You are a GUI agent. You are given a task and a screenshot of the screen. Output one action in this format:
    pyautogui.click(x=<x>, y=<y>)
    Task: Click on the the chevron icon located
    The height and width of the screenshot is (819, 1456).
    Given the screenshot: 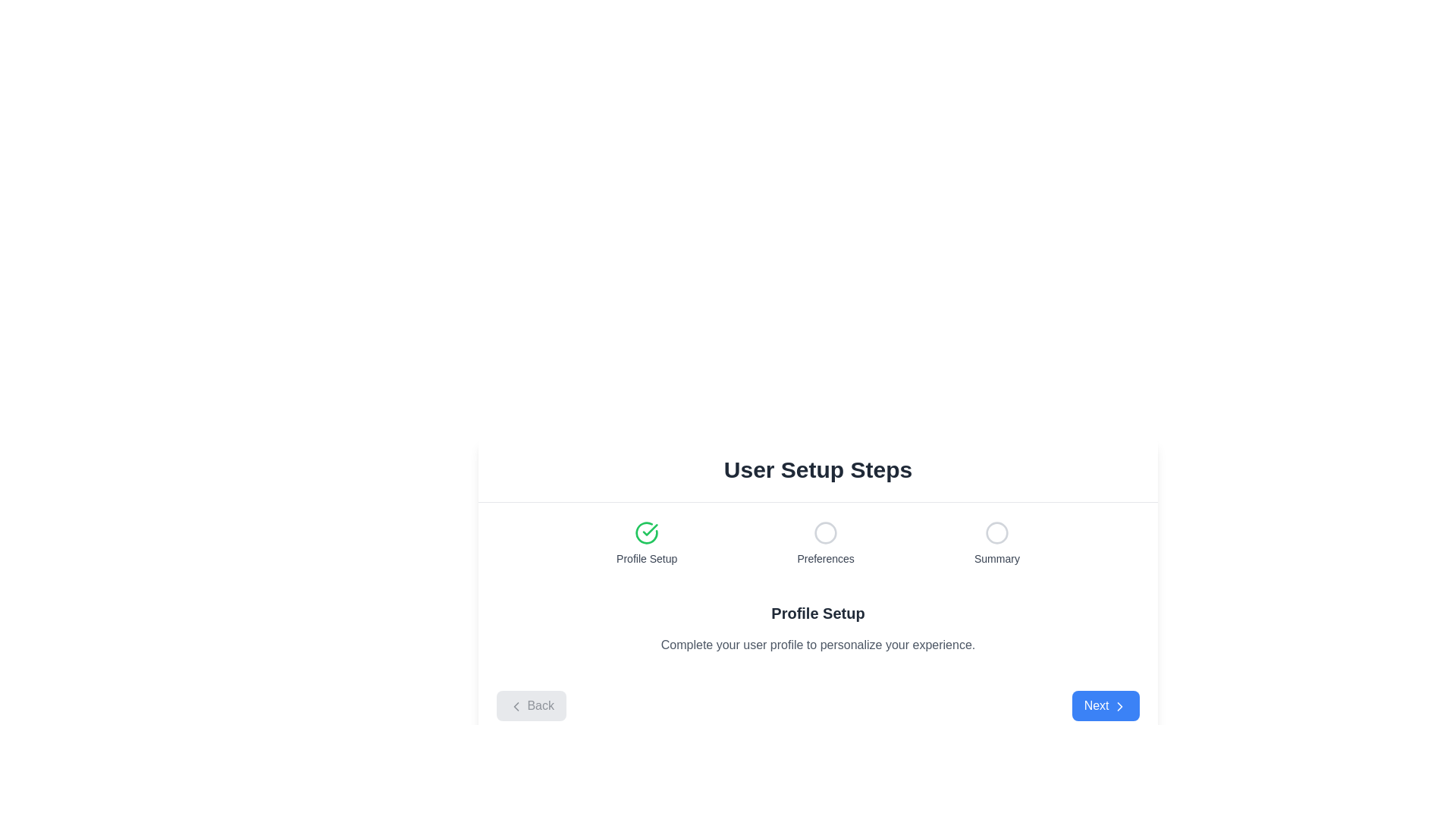 What is the action you would take?
    pyautogui.click(x=1120, y=705)
    